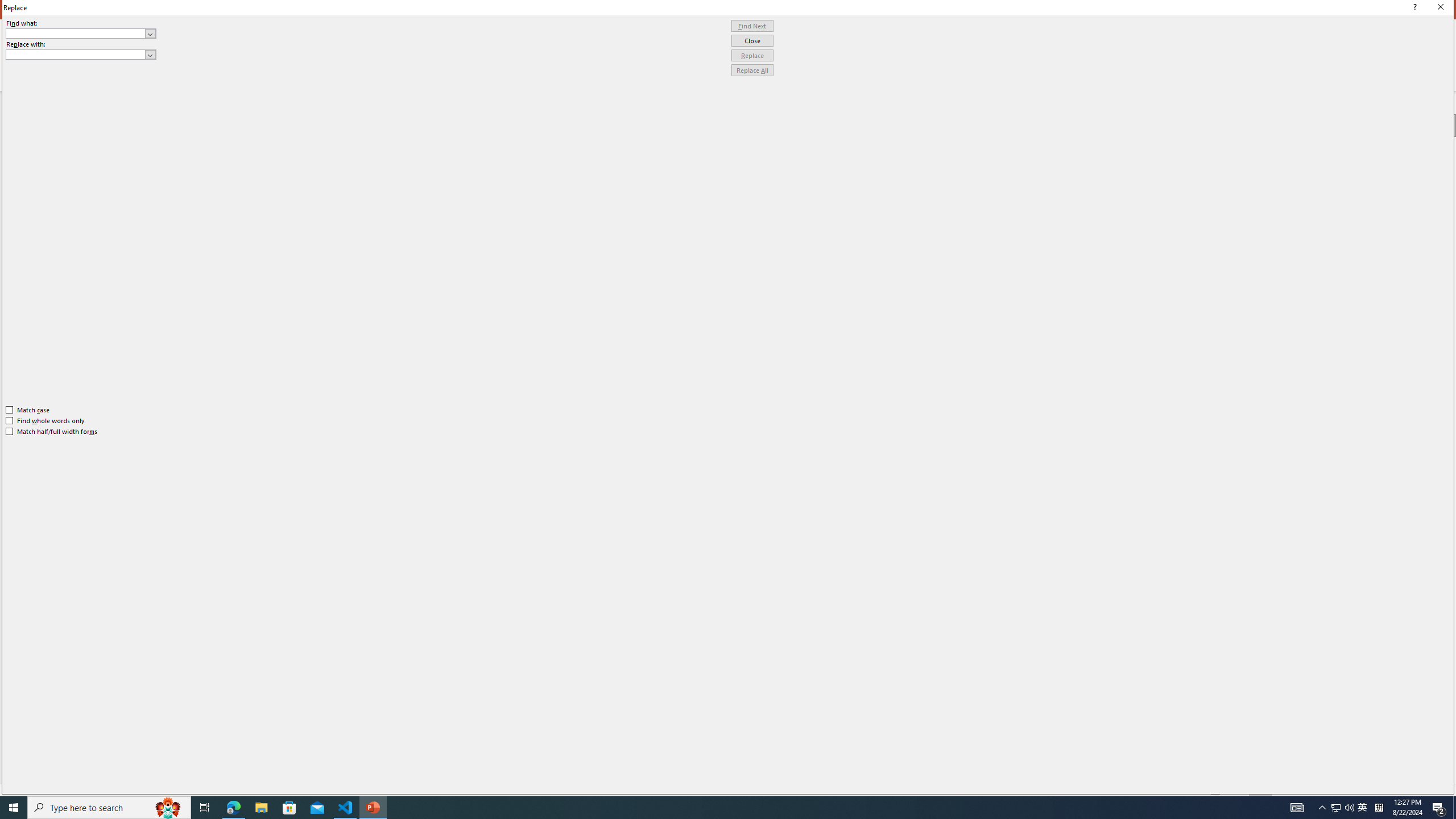 The image size is (1456, 819). What do you see at coordinates (76, 33) in the screenshot?
I see `'Find what'` at bounding box center [76, 33].